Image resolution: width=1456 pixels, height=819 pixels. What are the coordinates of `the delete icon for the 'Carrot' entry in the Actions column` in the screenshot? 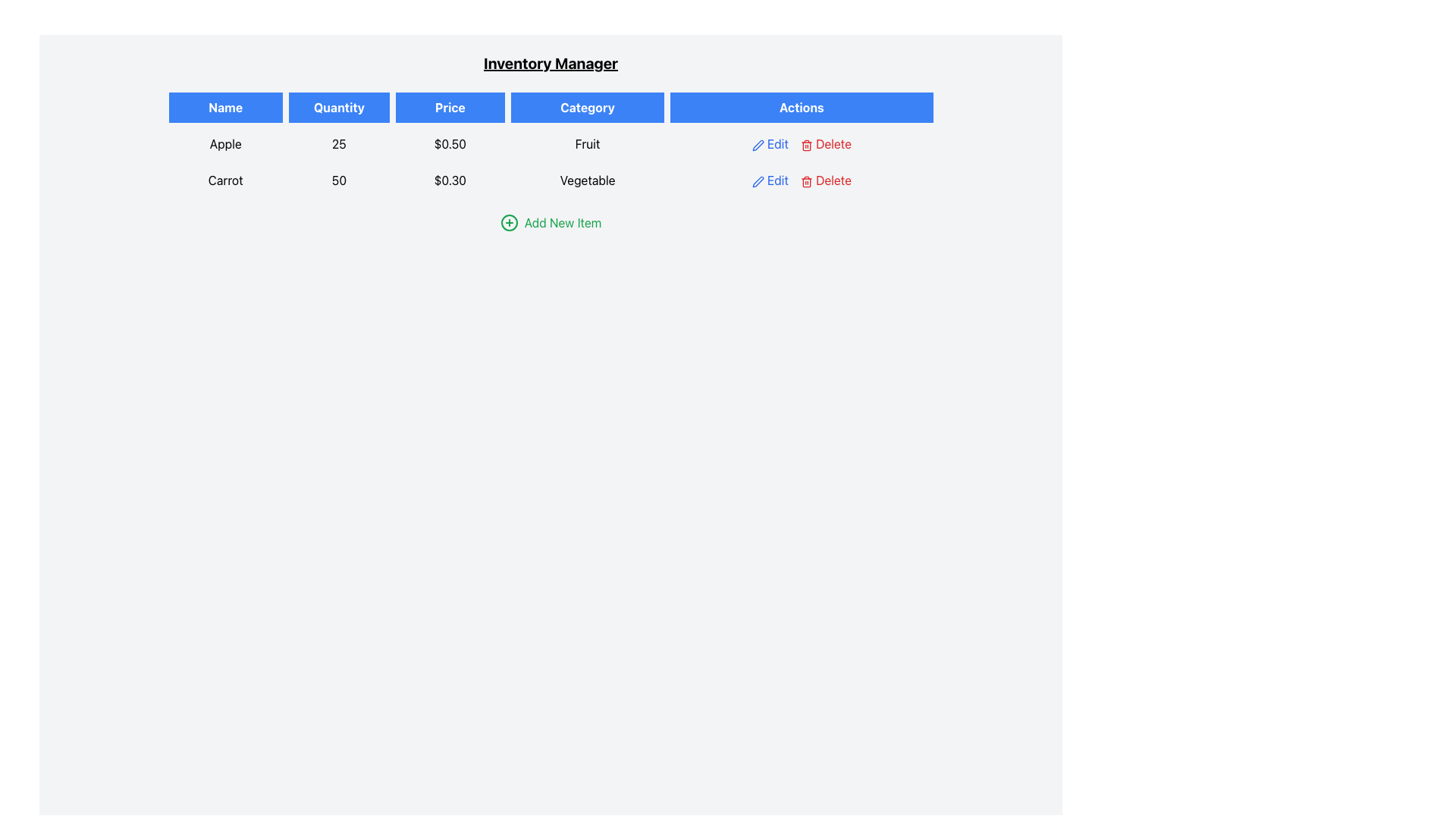 It's located at (805, 145).